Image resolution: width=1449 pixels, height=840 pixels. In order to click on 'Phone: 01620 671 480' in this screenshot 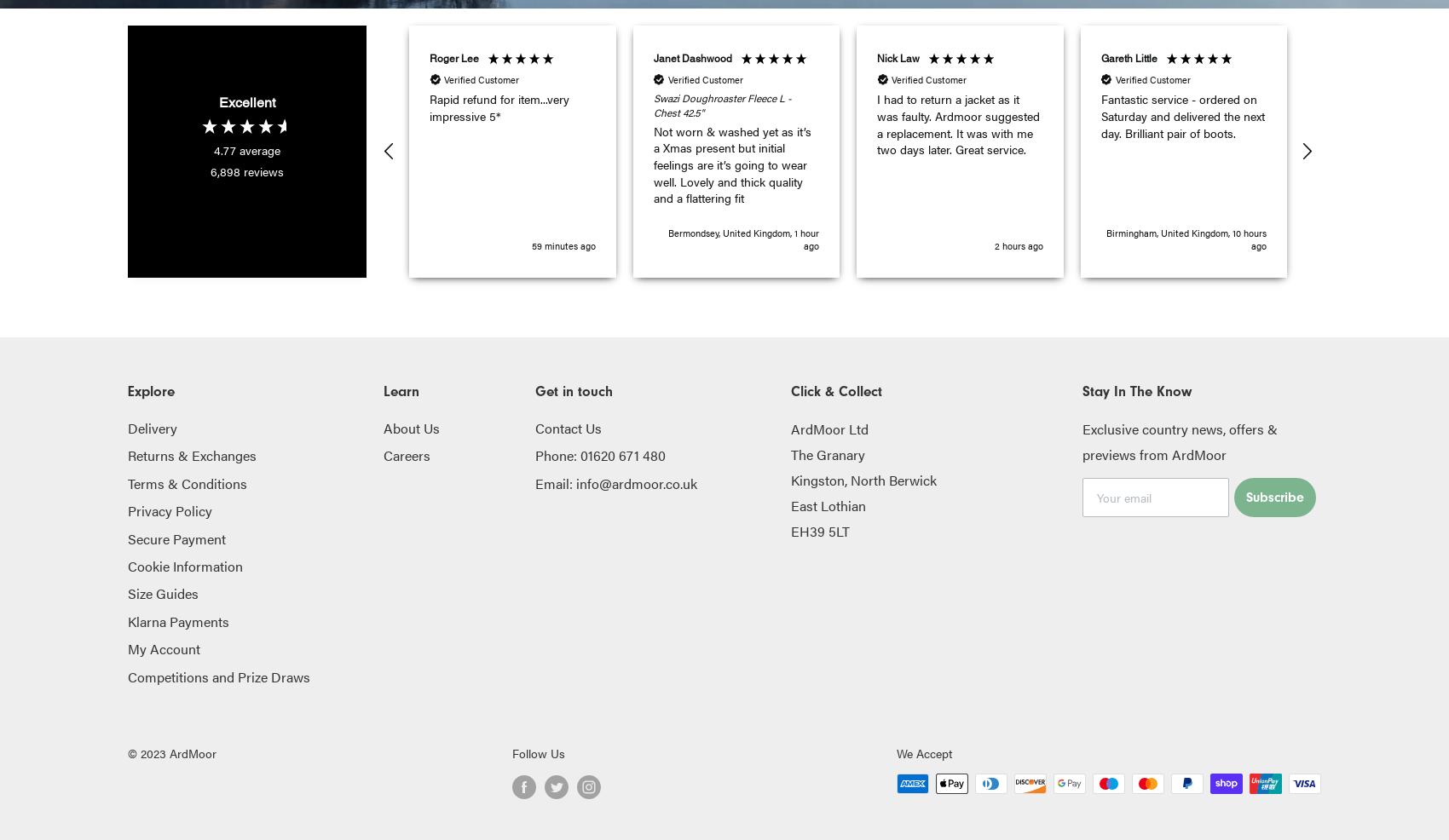, I will do `click(600, 454)`.